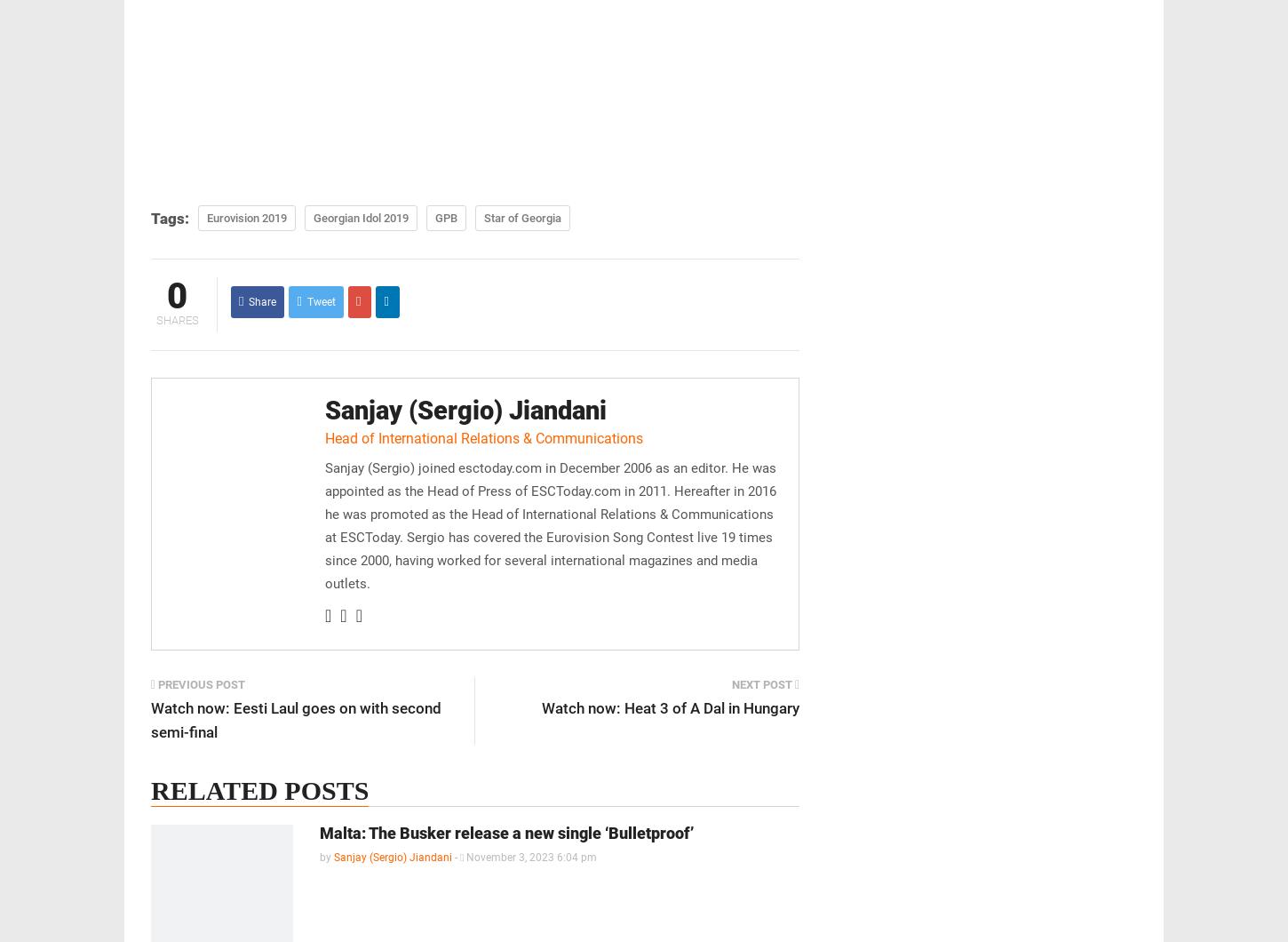 The height and width of the screenshot is (942, 1288). I want to click on 'Related posts', so click(259, 790).